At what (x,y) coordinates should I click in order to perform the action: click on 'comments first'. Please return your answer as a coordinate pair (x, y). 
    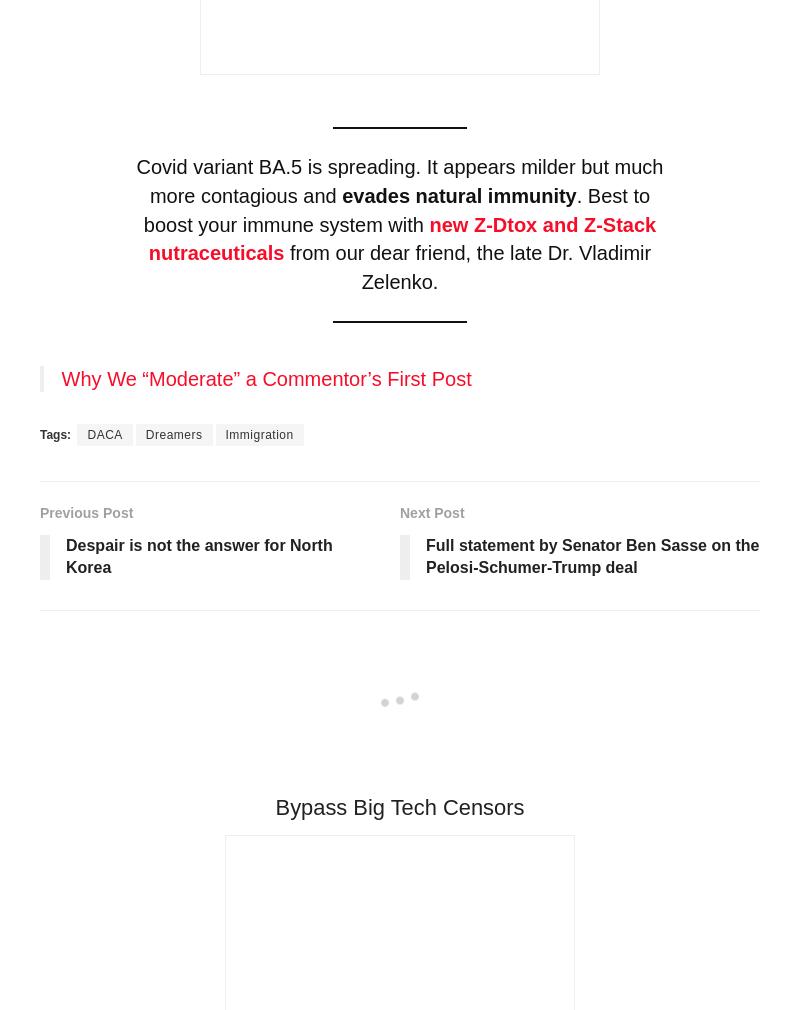
    Looking at the image, I should click on (639, 700).